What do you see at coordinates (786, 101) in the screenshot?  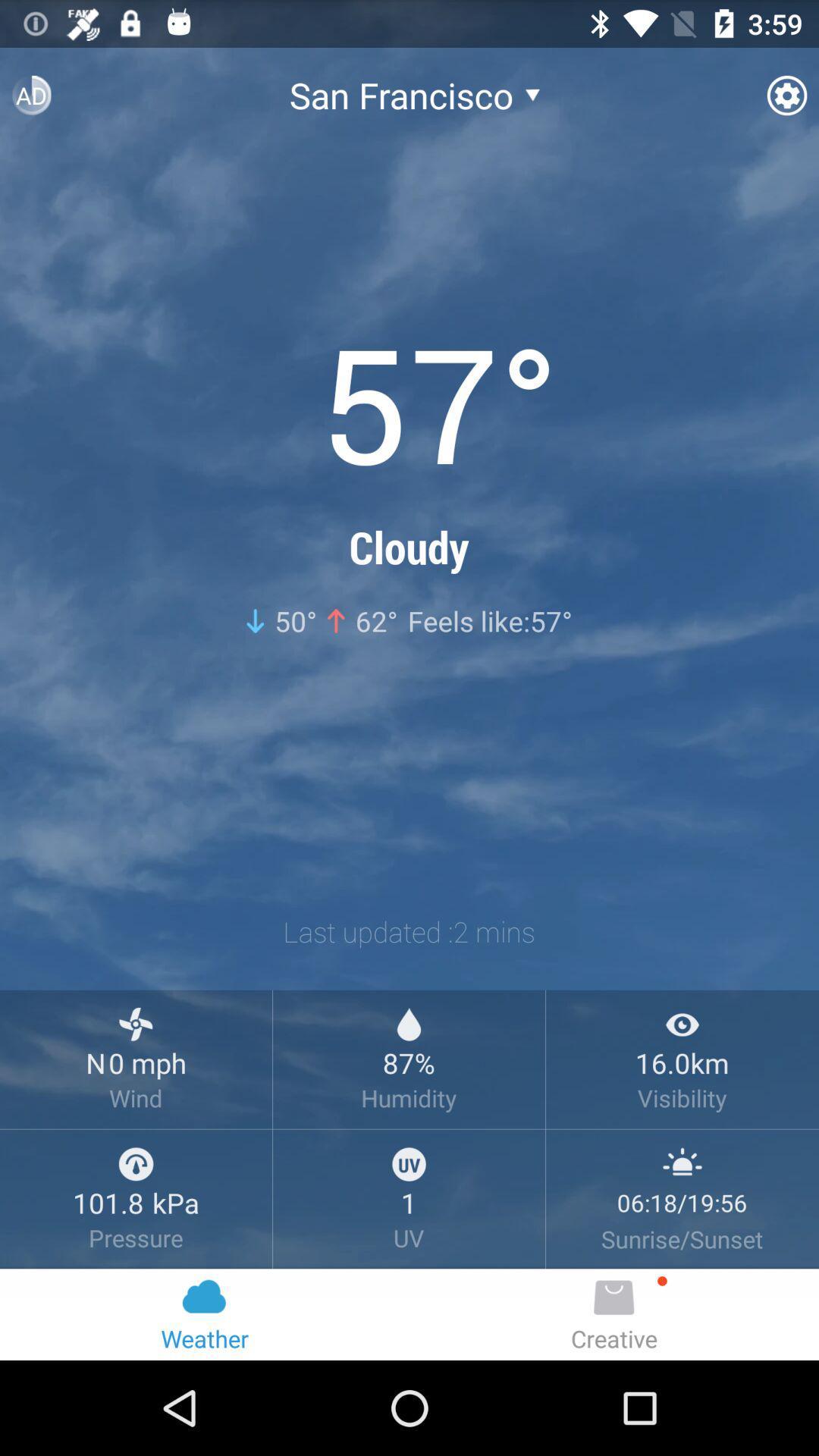 I see `the settings icon` at bounding box center [786, 101].